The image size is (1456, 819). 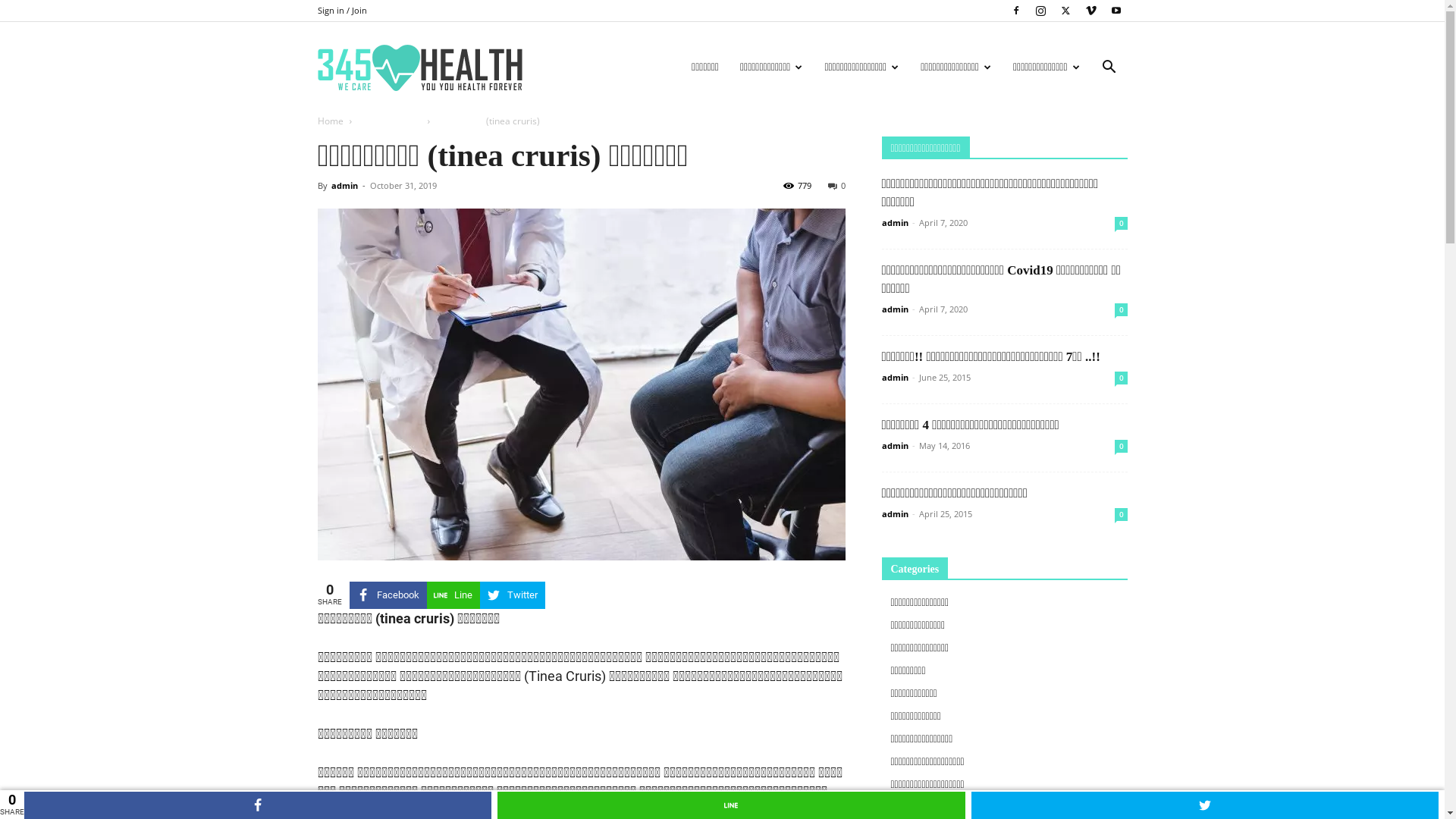 What do you see at coordinates (1115, 11) in the screenshot?
I see `'Youtube'` at bounding box center [1115, 11].